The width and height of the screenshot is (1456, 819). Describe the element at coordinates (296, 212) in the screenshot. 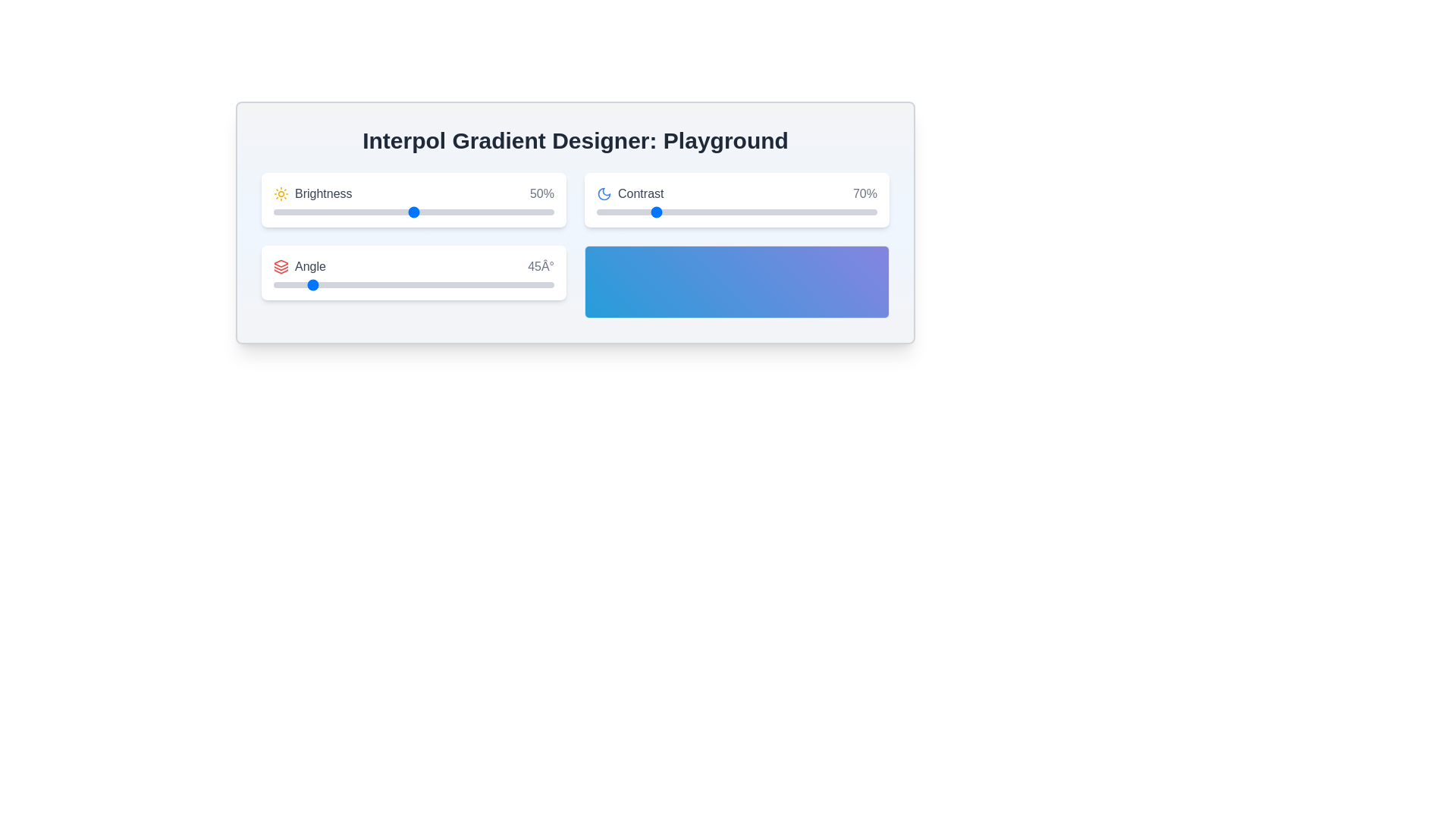

I see `brightness level` at that location.